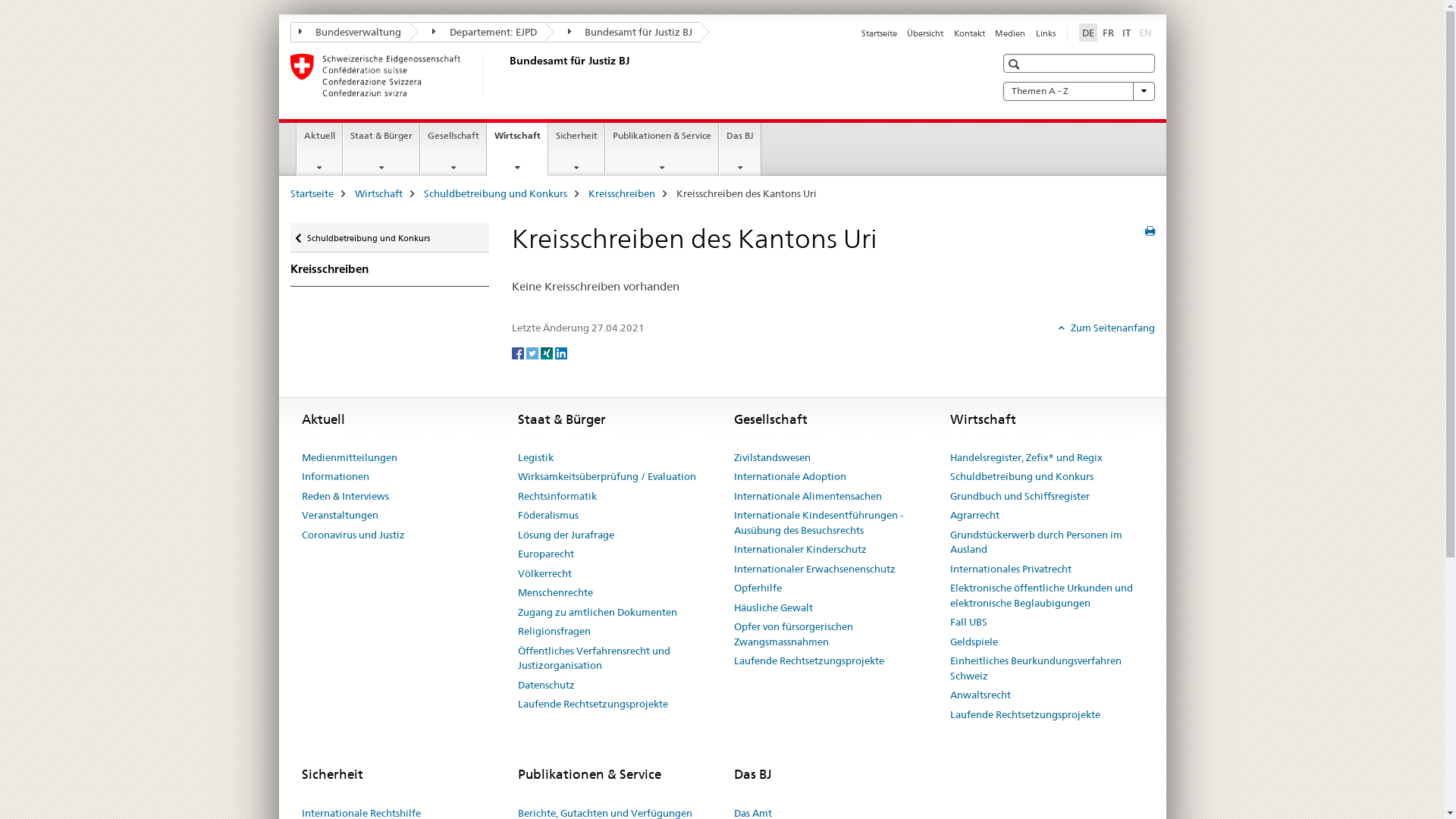 The width and height of the screenshot is (1456, 819). I want to click on 'Wirtschaft, so click(517, 147).